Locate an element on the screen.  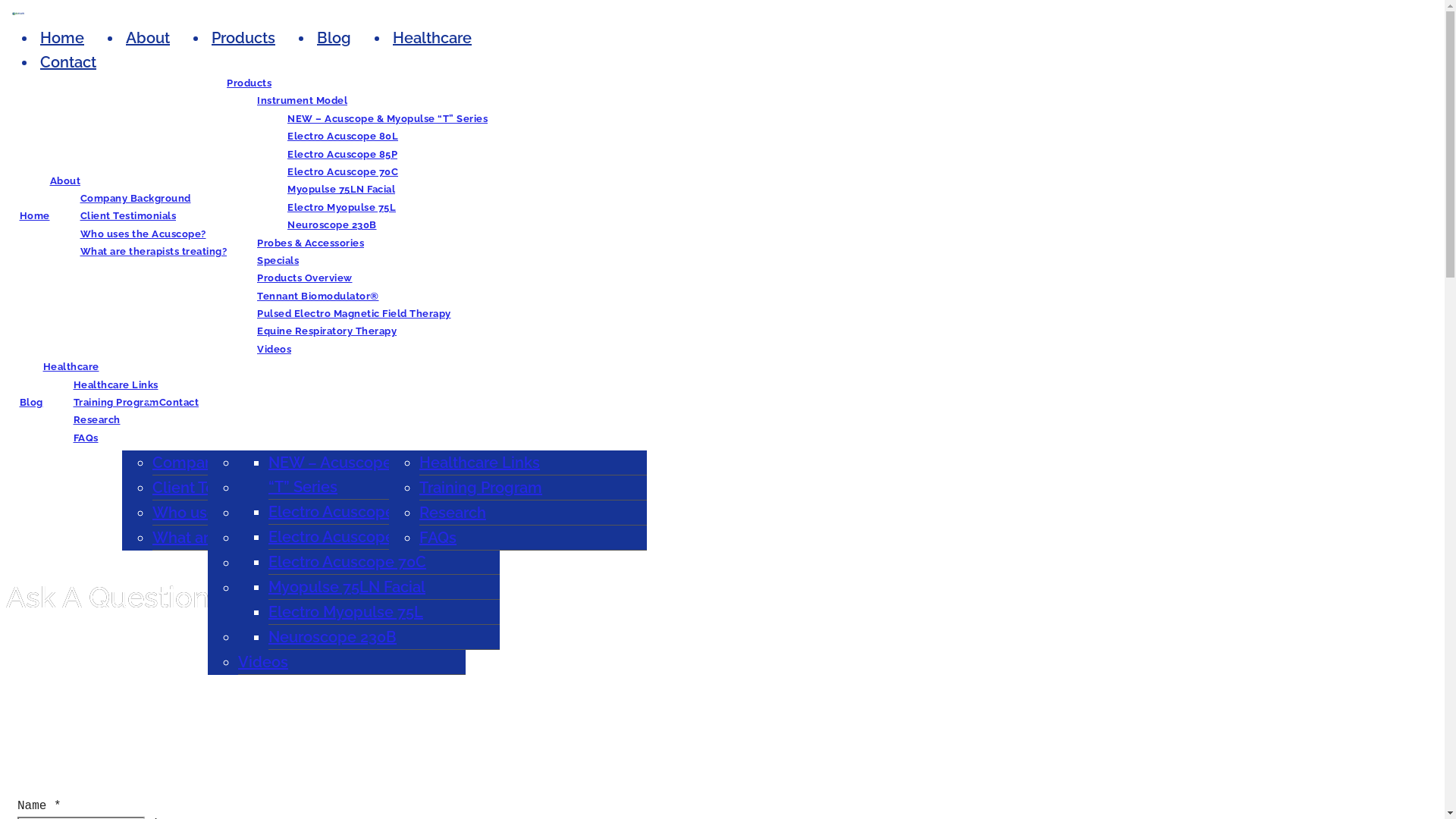
'Probes & Accessories' is located at coordinates (309, 242).